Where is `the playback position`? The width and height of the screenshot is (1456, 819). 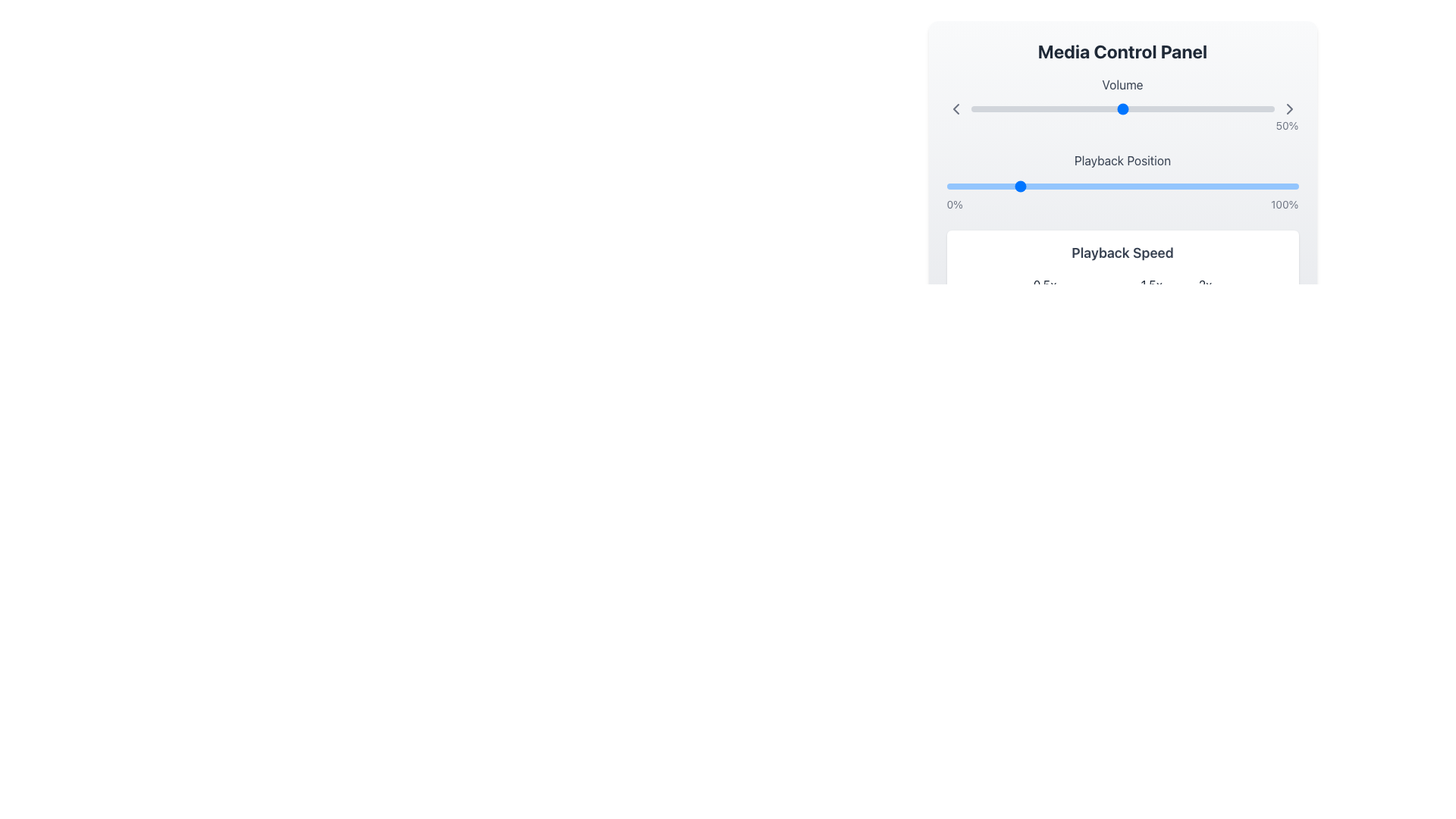
the playback position is located at coordinates (1058, 186).